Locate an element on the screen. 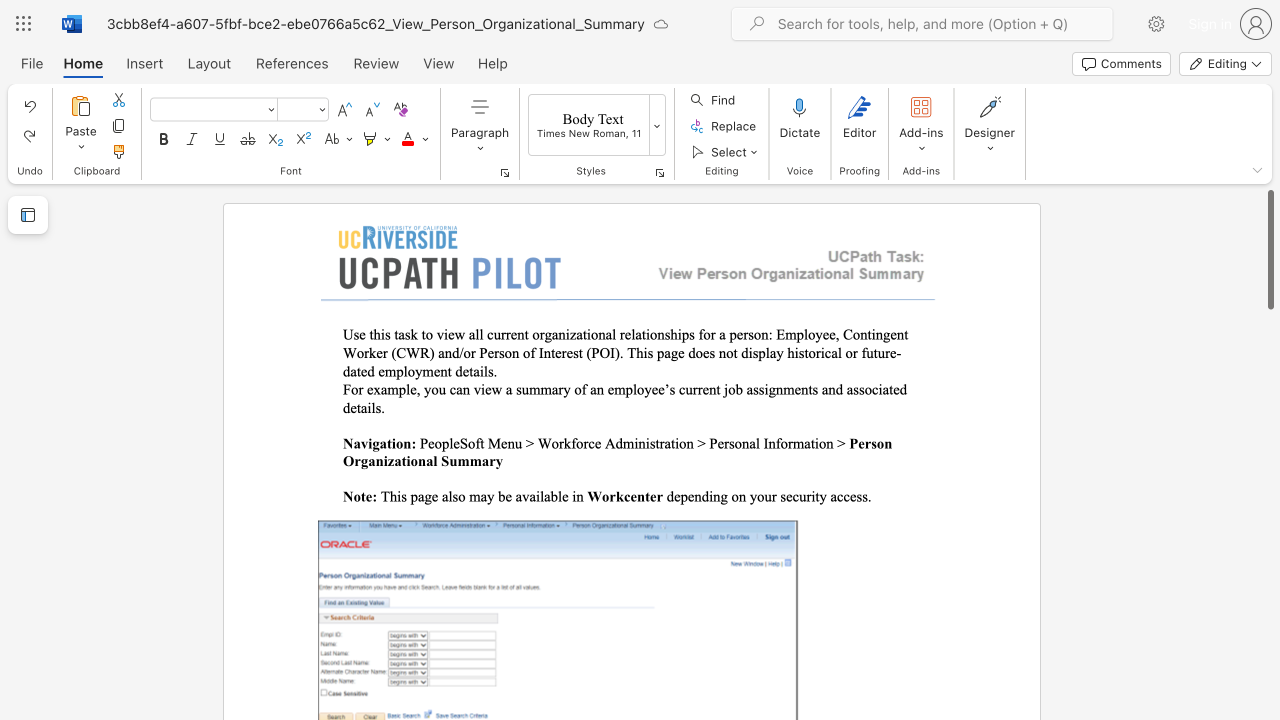  the subset text "on Organizational" within the text "Person Organizational Summary" is located at coordinates (876, 442).